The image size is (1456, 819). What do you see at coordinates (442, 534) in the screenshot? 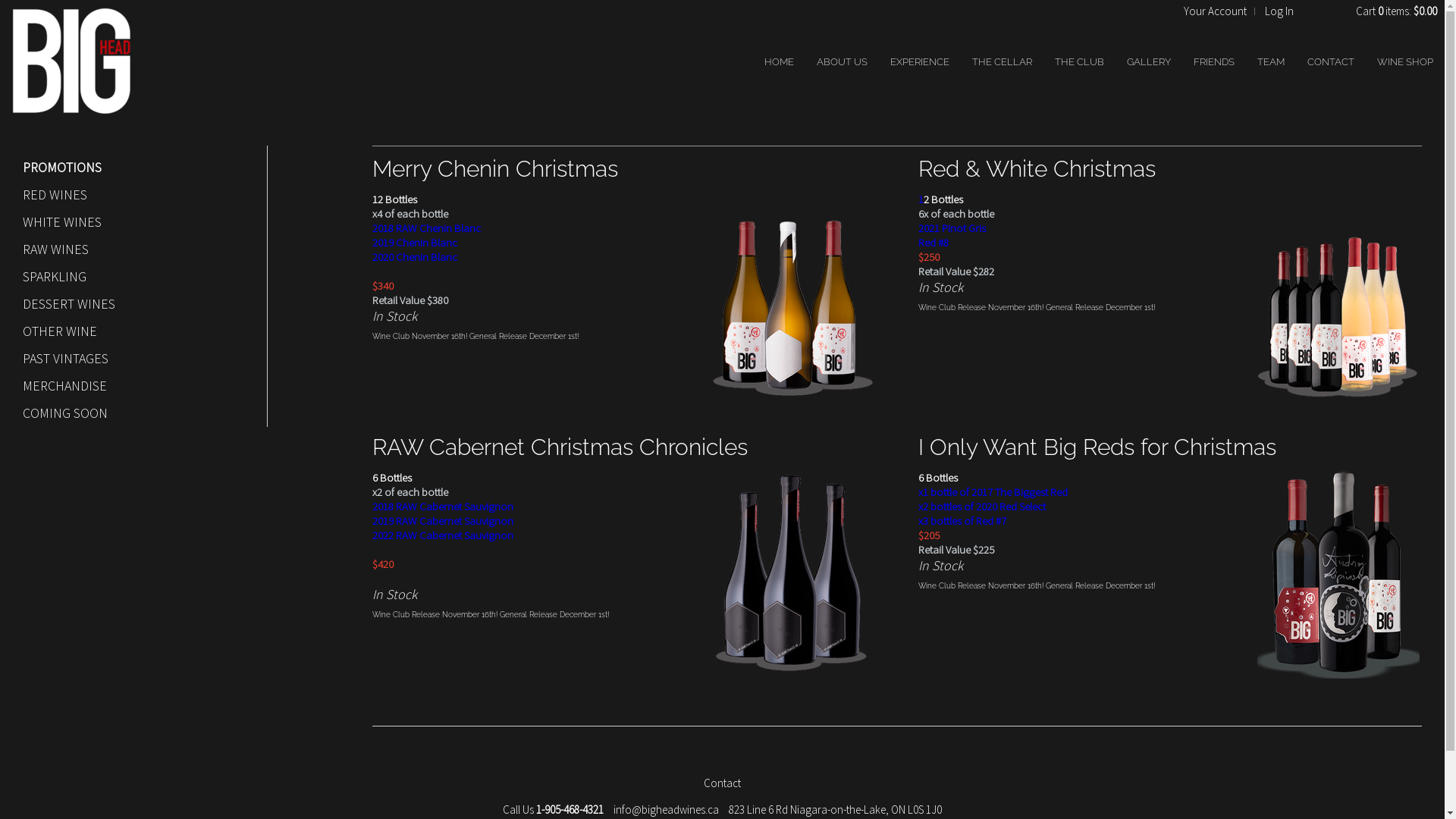
I see `'2022 RAW Cabernet Sauvignon'` at bounding box center [442, 534].